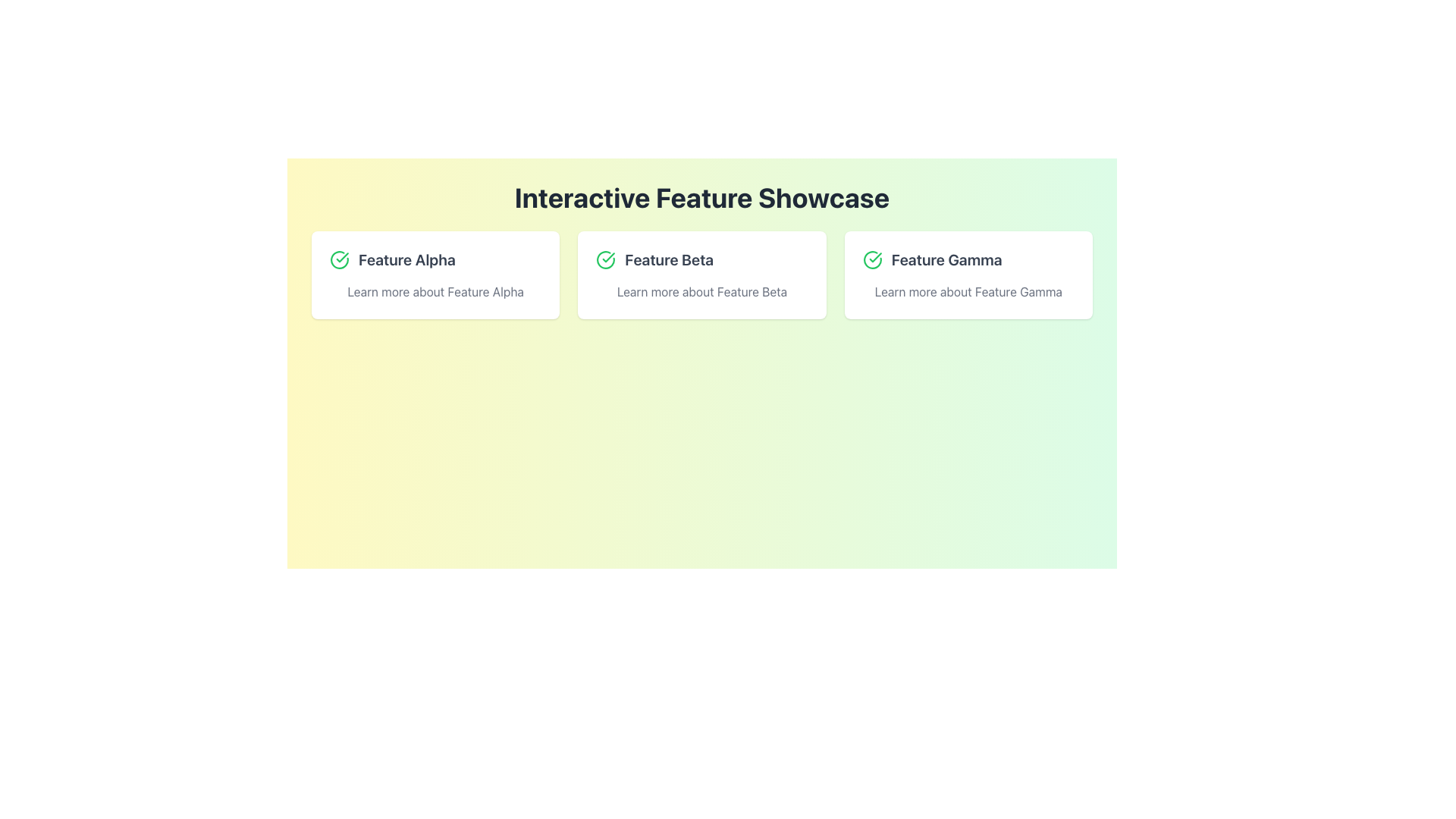 Image resolution: width=1456 pixels, height=819 pixels. What do you see at coordinates (605, 259) in the screenshot?
I see `the green circular icon with a checkmark that is located before the text 'Feature Beta'` at bounding box center [605, 259].